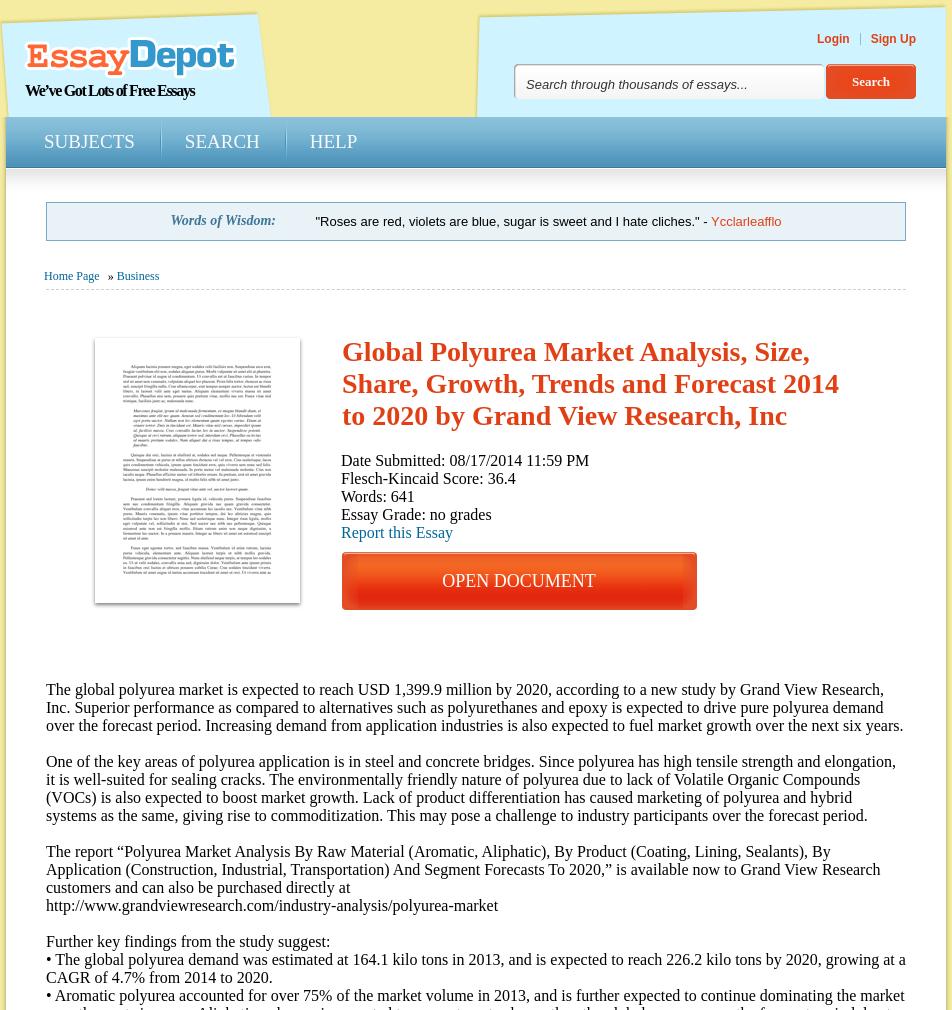 This screenshot has width=952, height=1010. Describe the element at coordinates (341, 531) in the screenshot. I see `'Report this Essay'` at that location.